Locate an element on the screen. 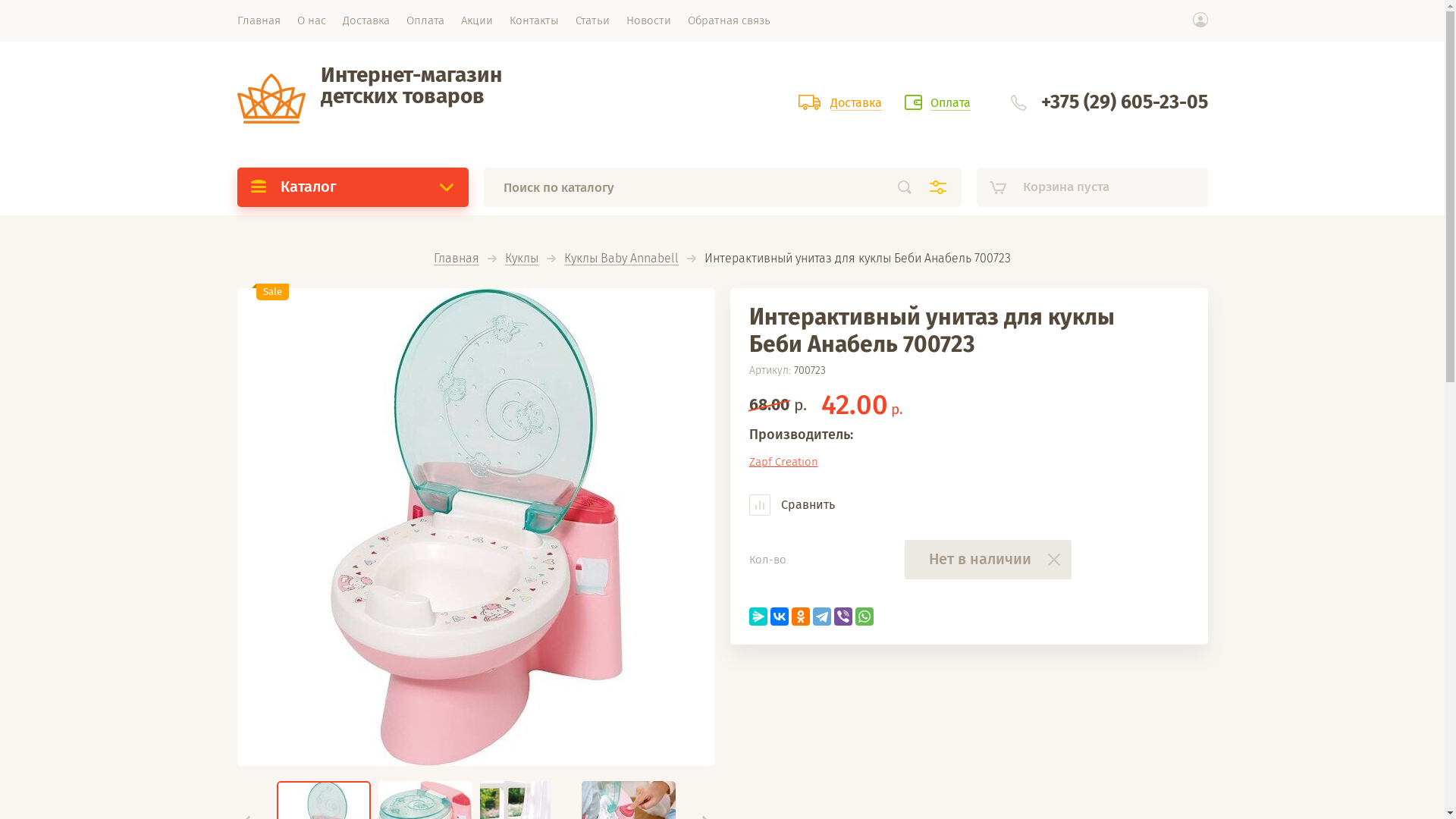 This screenshot has height=819, width=1456. '+375 (29) 605-23-05' is located at coordinates (1040, 102).